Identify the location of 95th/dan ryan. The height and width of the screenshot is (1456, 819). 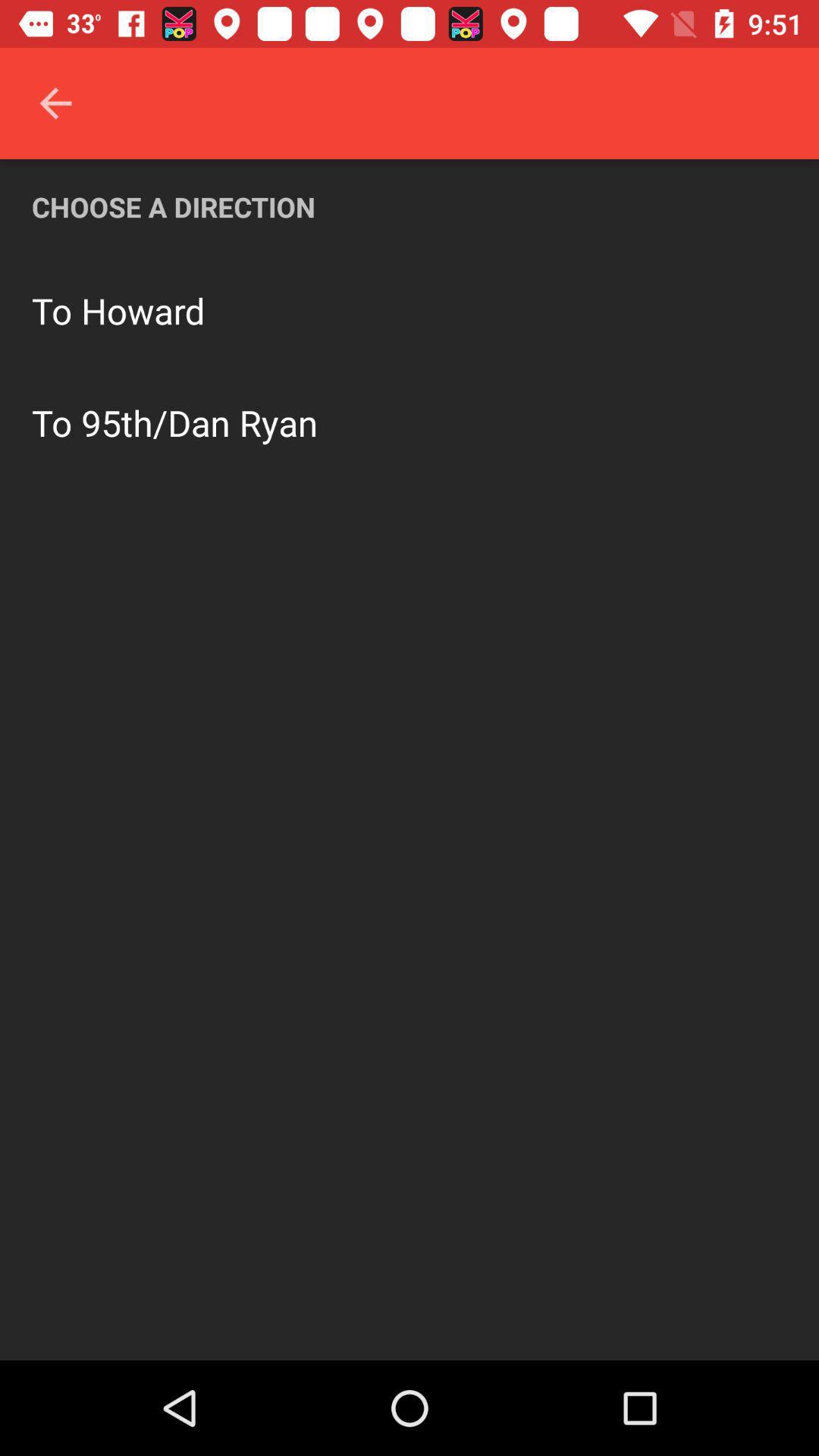
(199, 422).